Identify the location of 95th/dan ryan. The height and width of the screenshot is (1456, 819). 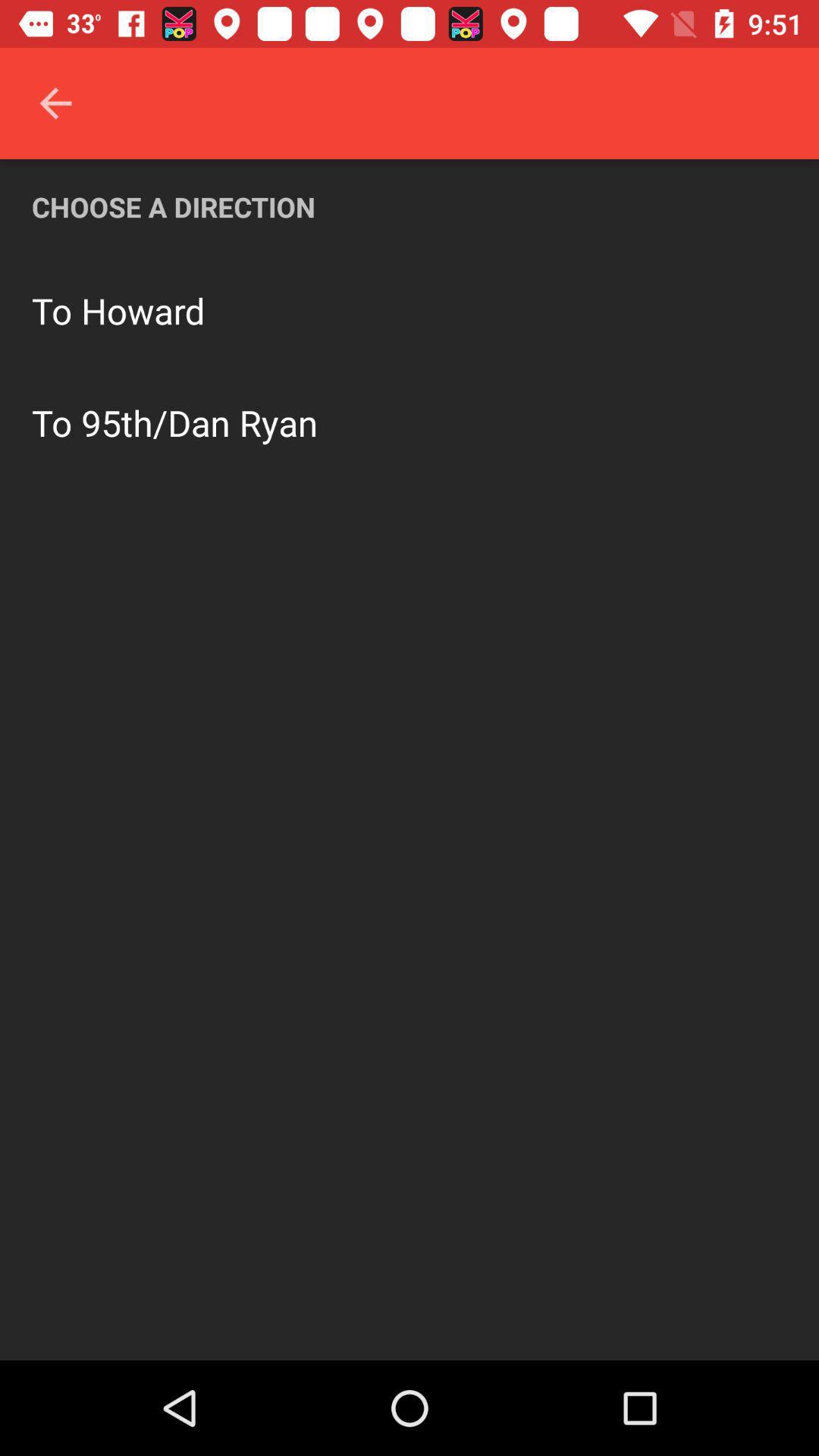
(199, 422).